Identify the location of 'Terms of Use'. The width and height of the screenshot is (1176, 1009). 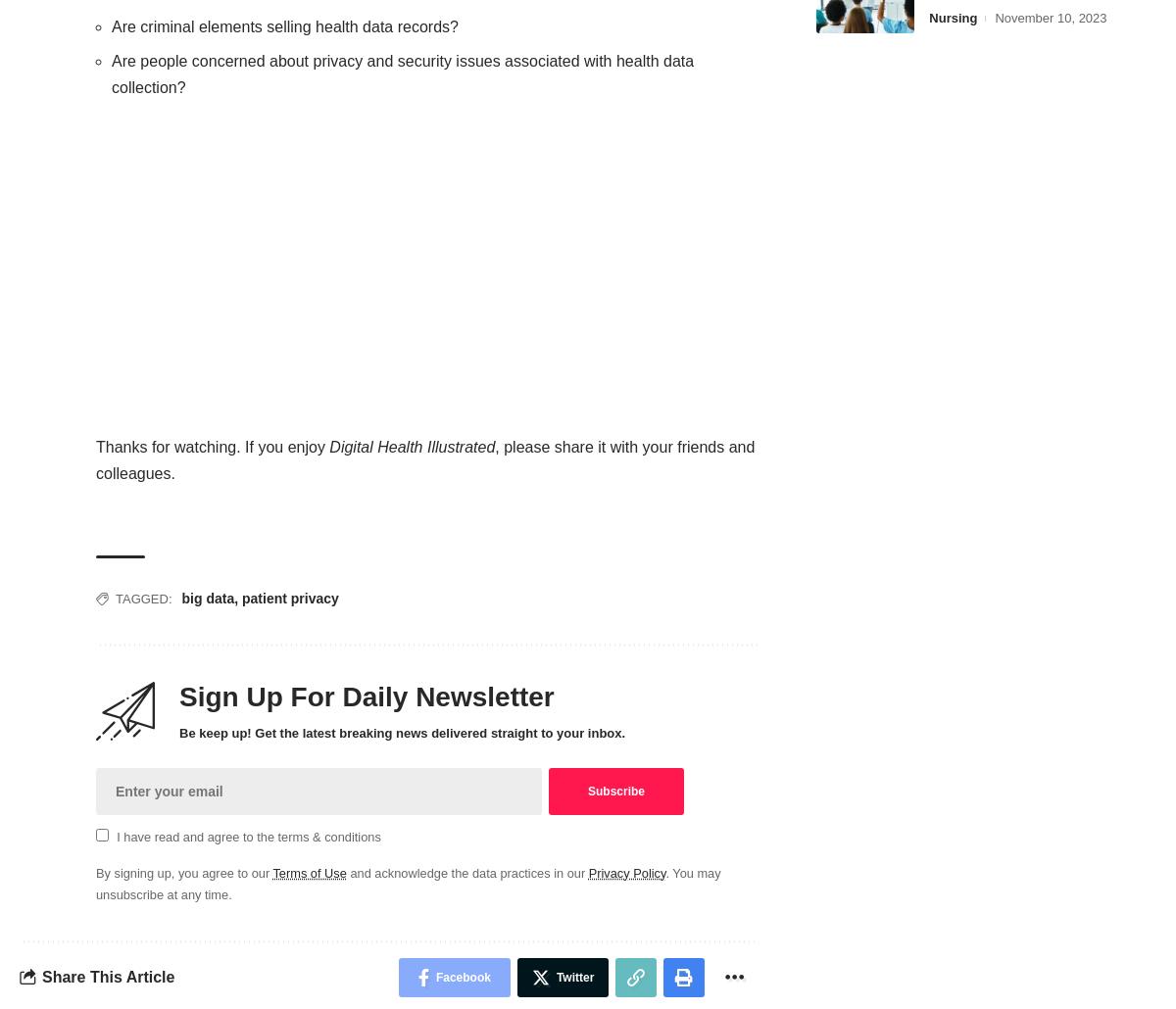
(309, 873).